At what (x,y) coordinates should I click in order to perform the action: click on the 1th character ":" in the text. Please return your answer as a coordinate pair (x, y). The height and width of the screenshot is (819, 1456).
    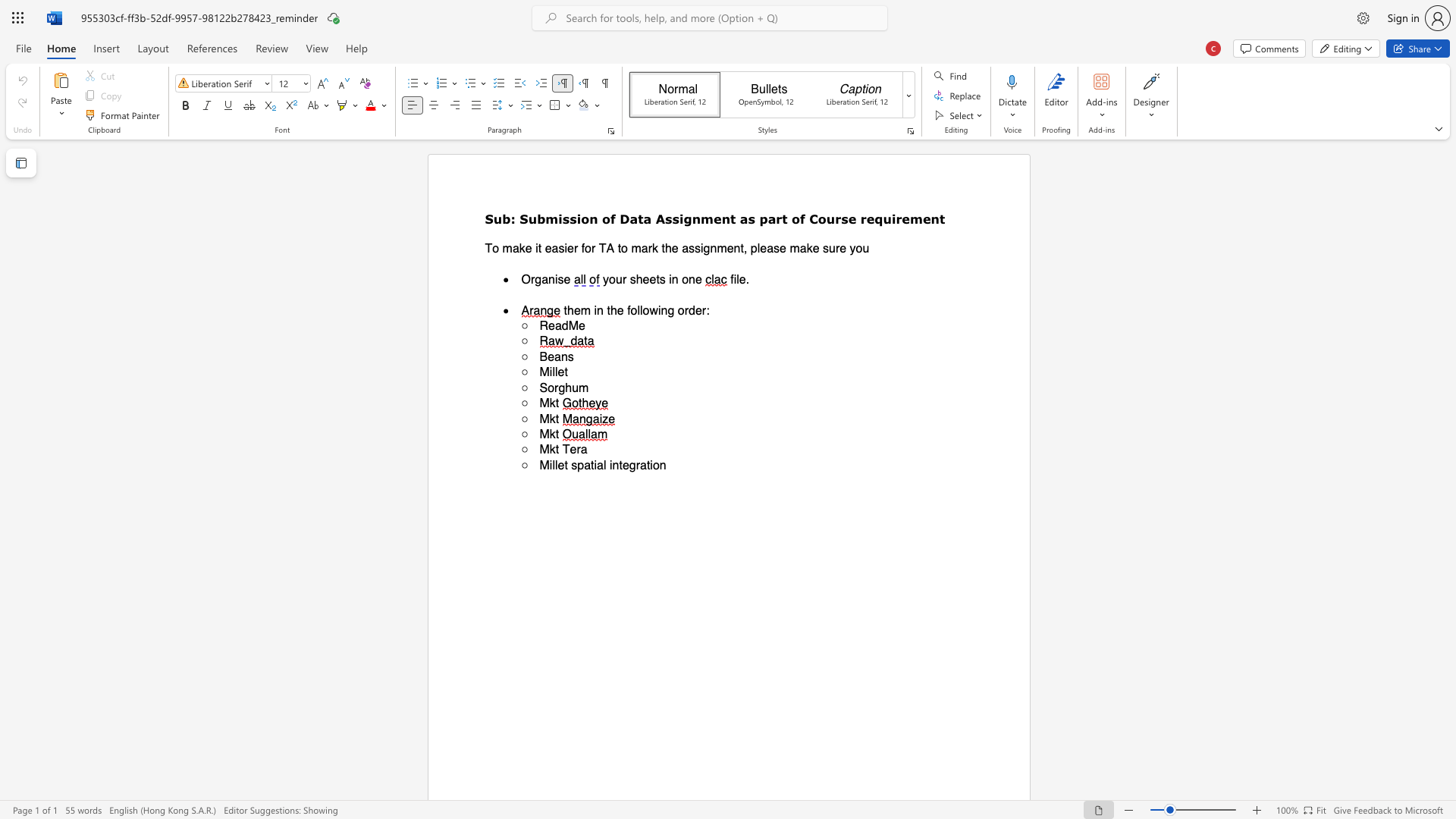
    Looking at the image, I should click on (707, 309).